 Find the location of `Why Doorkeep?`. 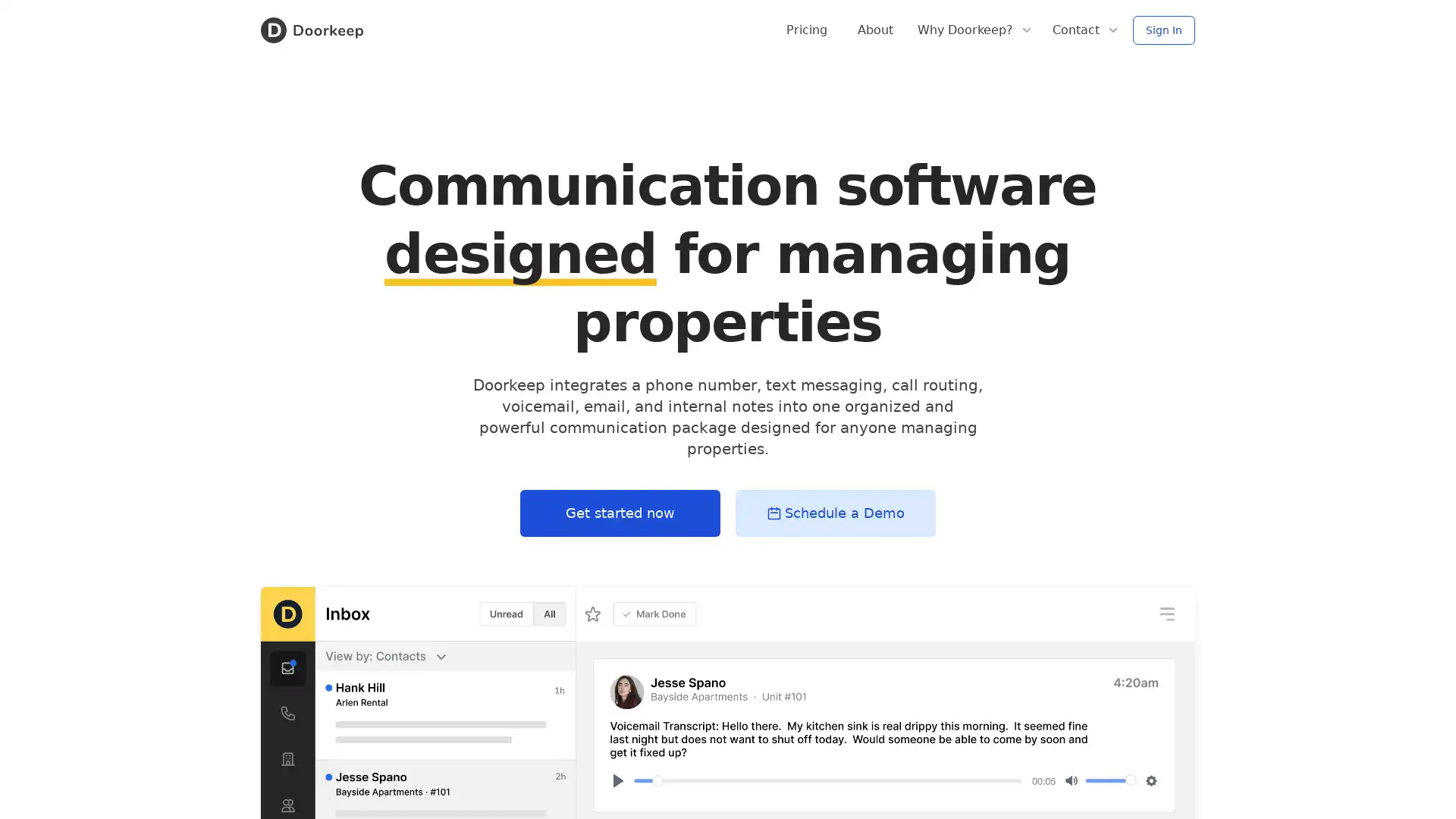

Why Doorkeep? is located at coordinates (975, 30).